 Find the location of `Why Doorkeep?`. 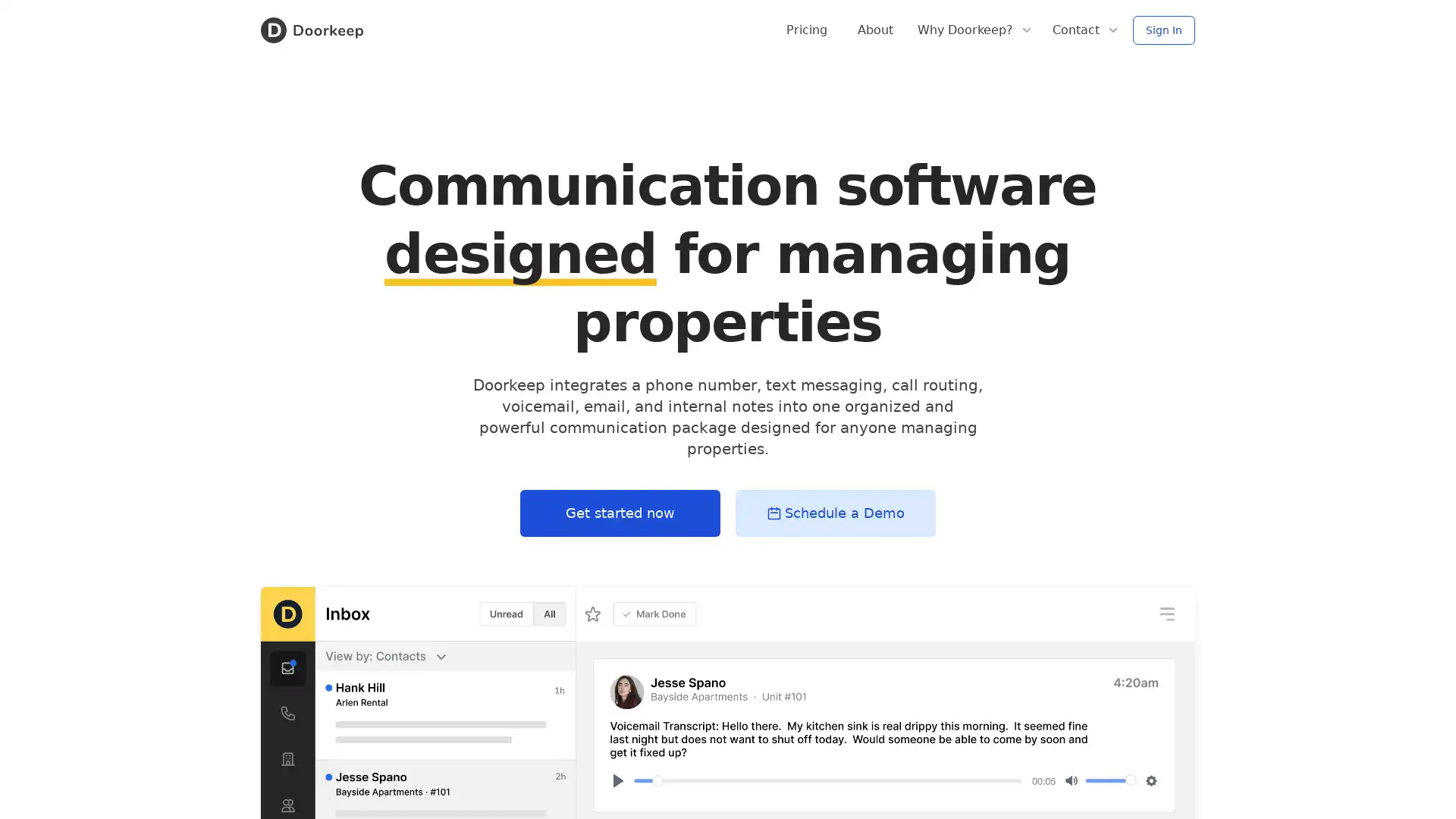

Why Doorkeep? is located at coordinates (975, 30).